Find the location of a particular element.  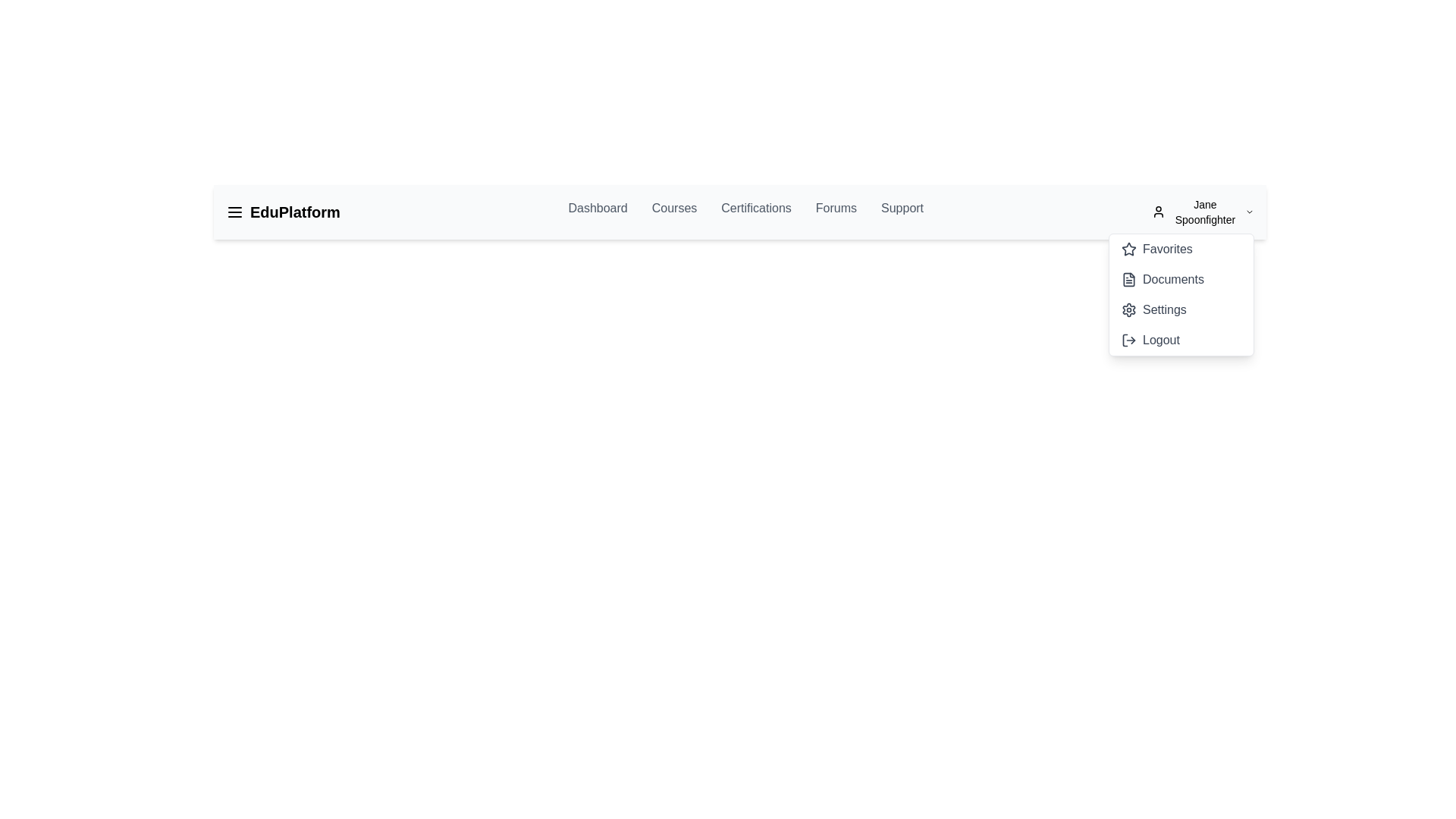

the branding text label located at the top-left side of the interface, adjacent is located at coordinates (283, 212).